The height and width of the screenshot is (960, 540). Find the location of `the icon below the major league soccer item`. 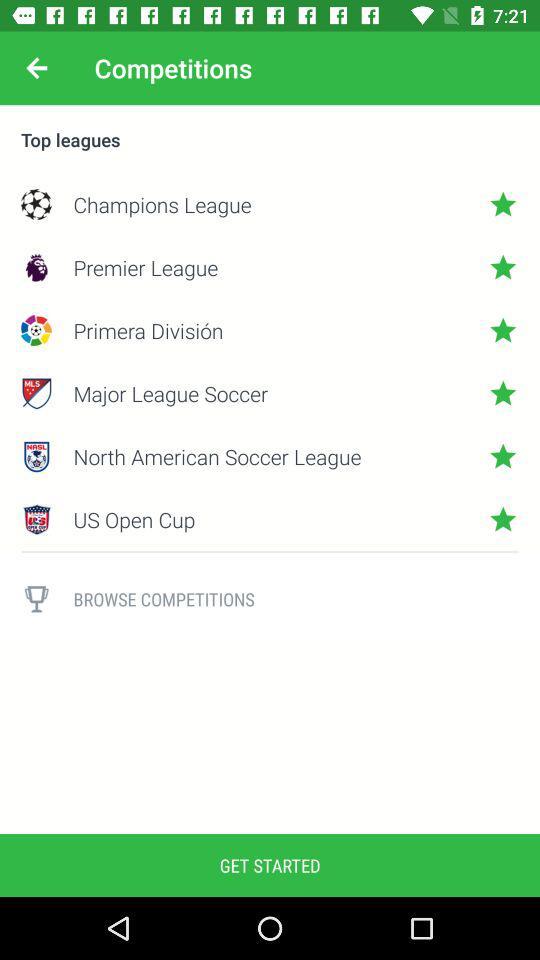

the icon below the major league soccer item is located at coordinates (270, 456).